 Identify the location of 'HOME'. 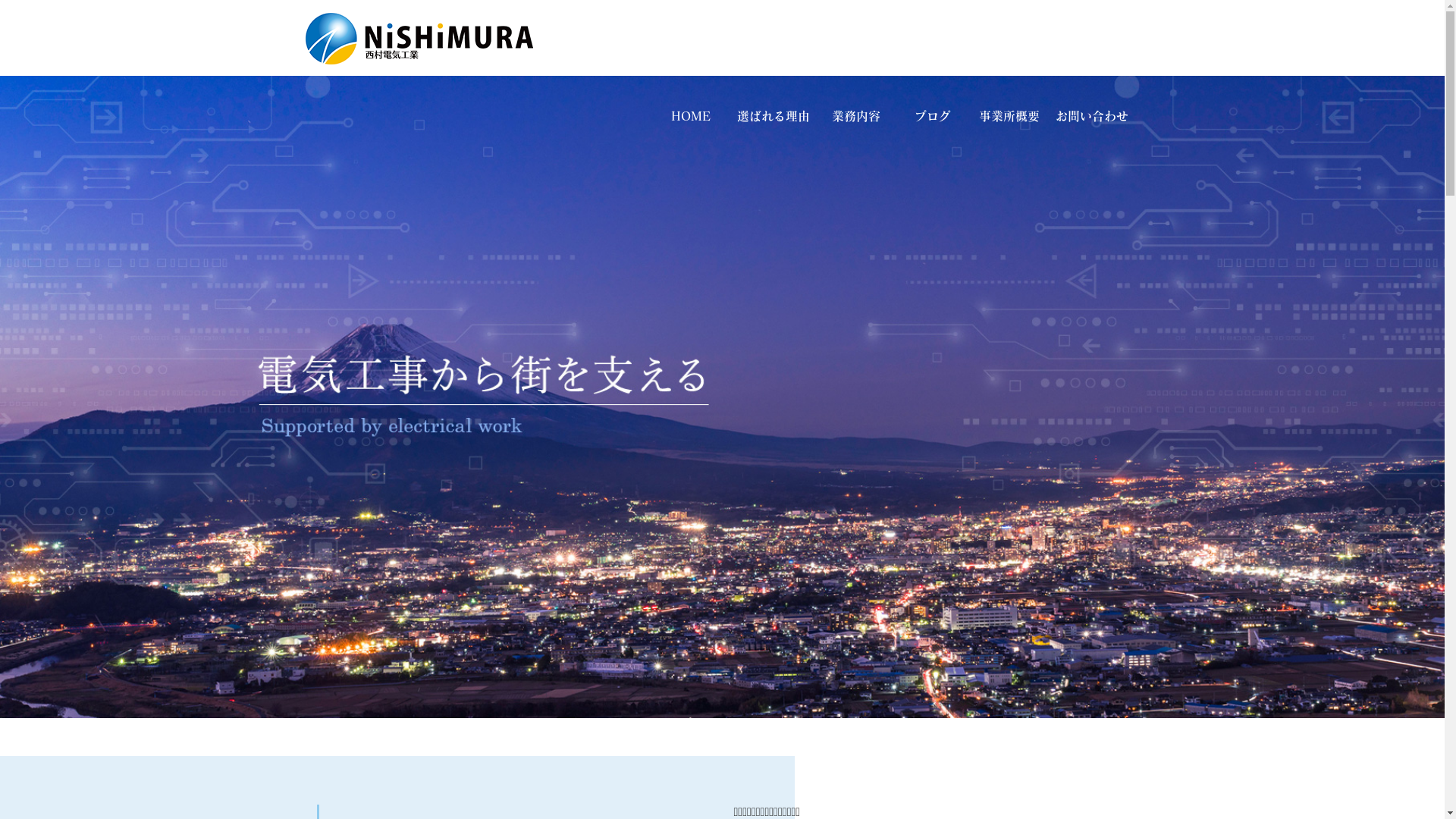
(689, 115).